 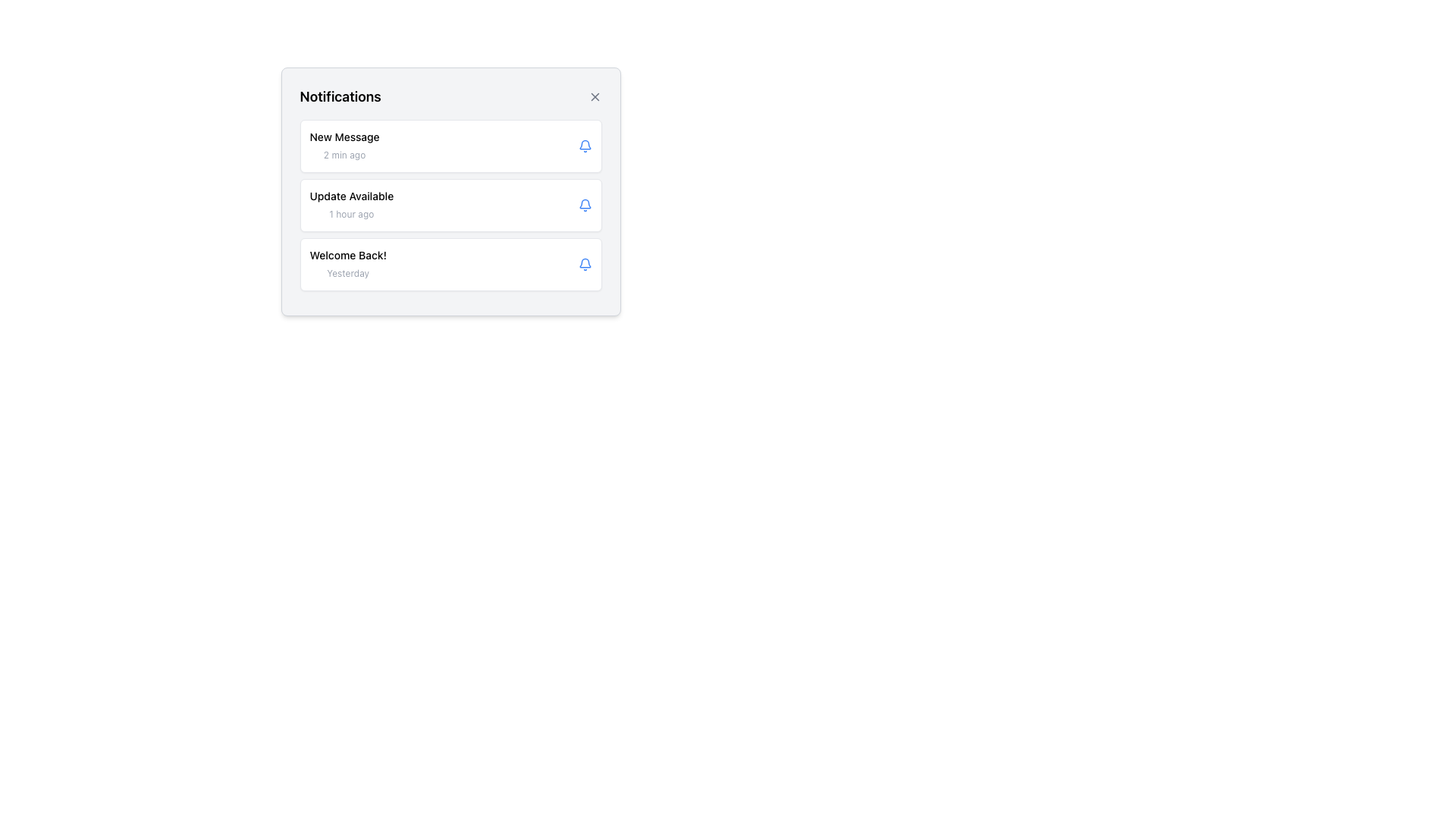 I want to click on notification entry that indicates 'Update Available' and was received '1 hour ago', positioned as the second item in the notification panel, so click(x=450, y=205).